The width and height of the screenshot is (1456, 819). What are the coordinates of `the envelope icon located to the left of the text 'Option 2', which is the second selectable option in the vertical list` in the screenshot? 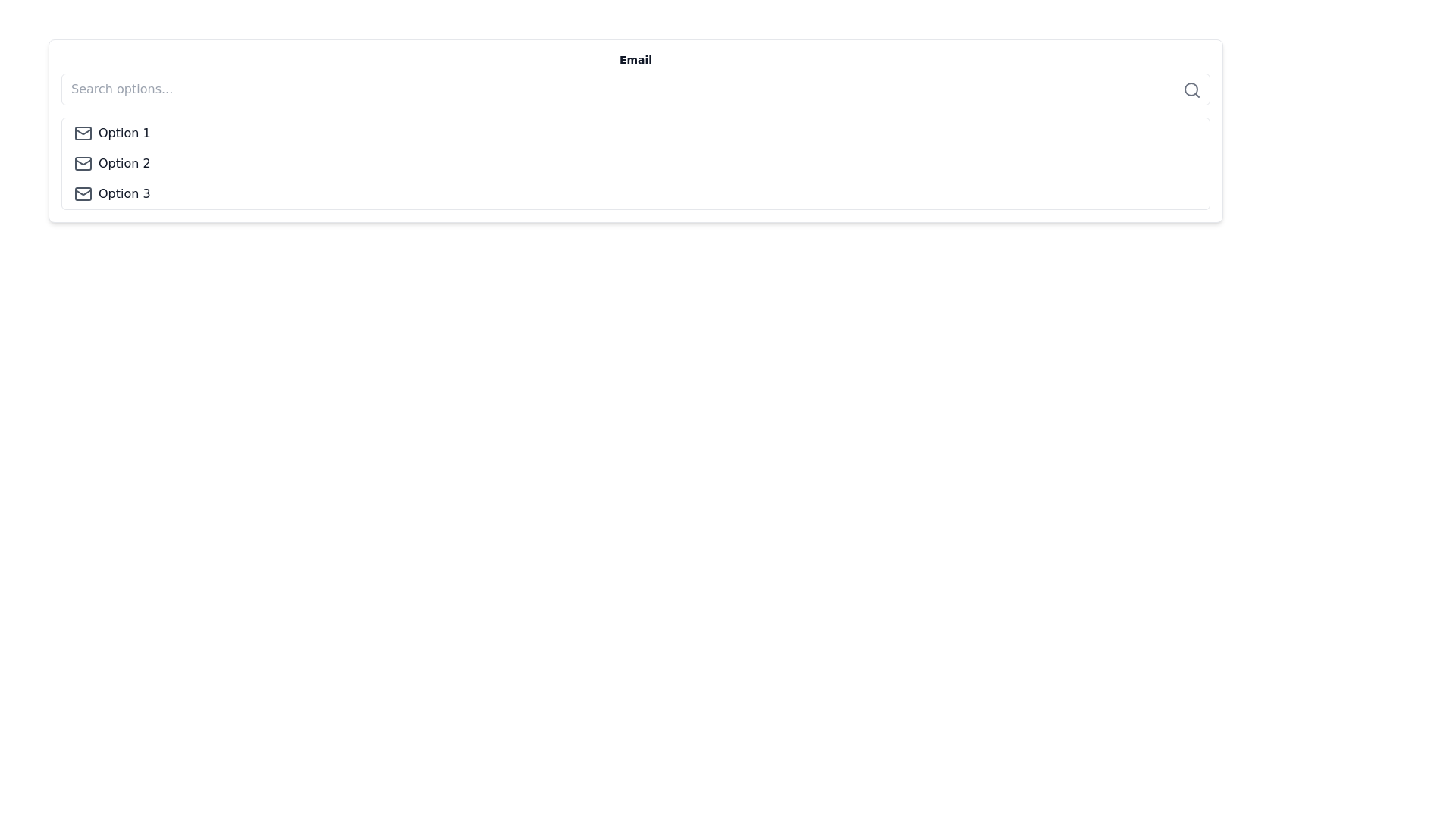 It's located at (83, 164).